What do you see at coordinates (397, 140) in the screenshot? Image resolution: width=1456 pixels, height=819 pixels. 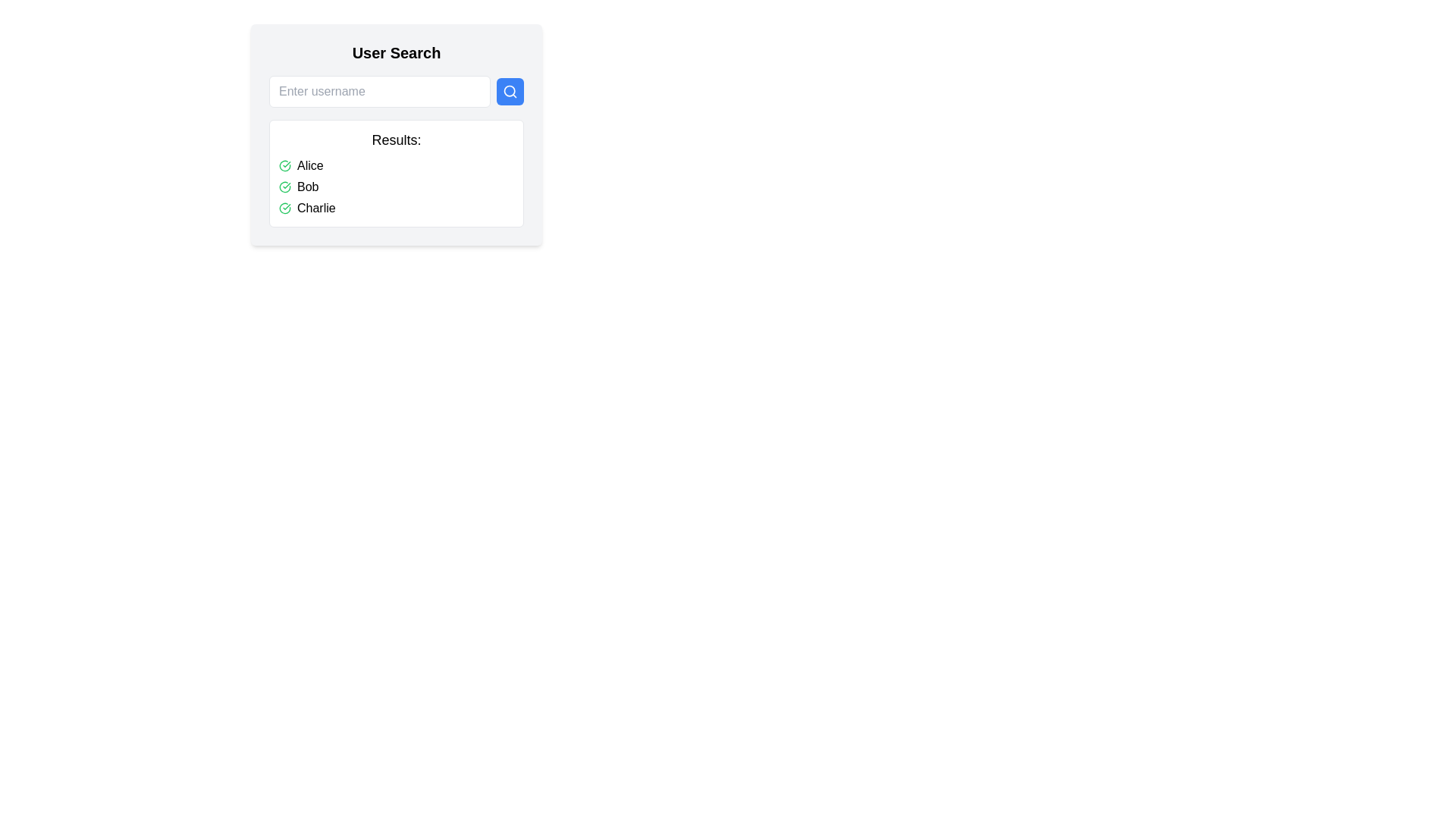 I see `the text label 'Results:' which is positioned at the top of a white box that lists user results, just below the 'User Search' header` at bounding box center [397, 140].